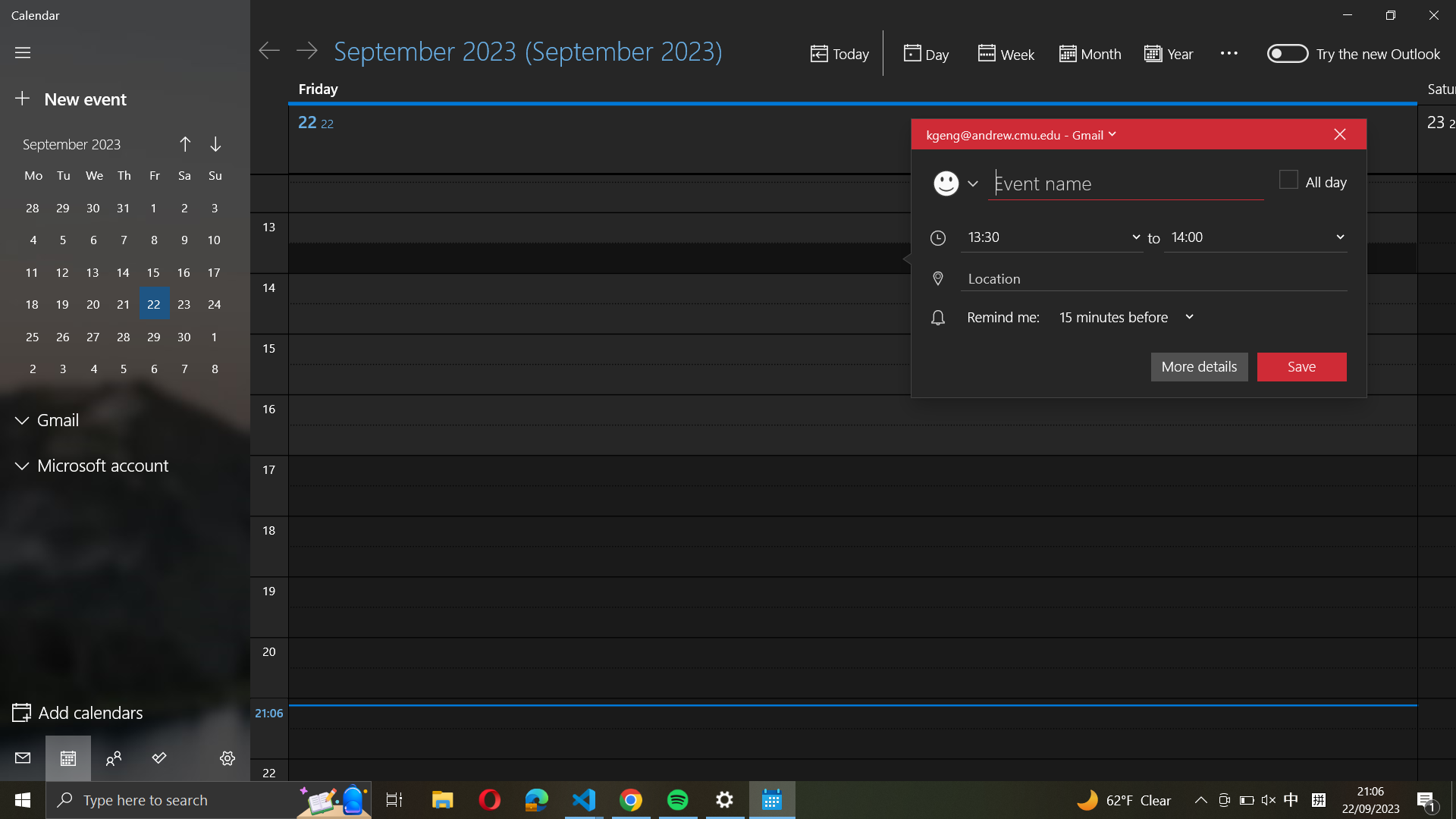 This screenshot has width=1456, height=819. I want to click on Terminate the ongoing event, so click(1339, 133).